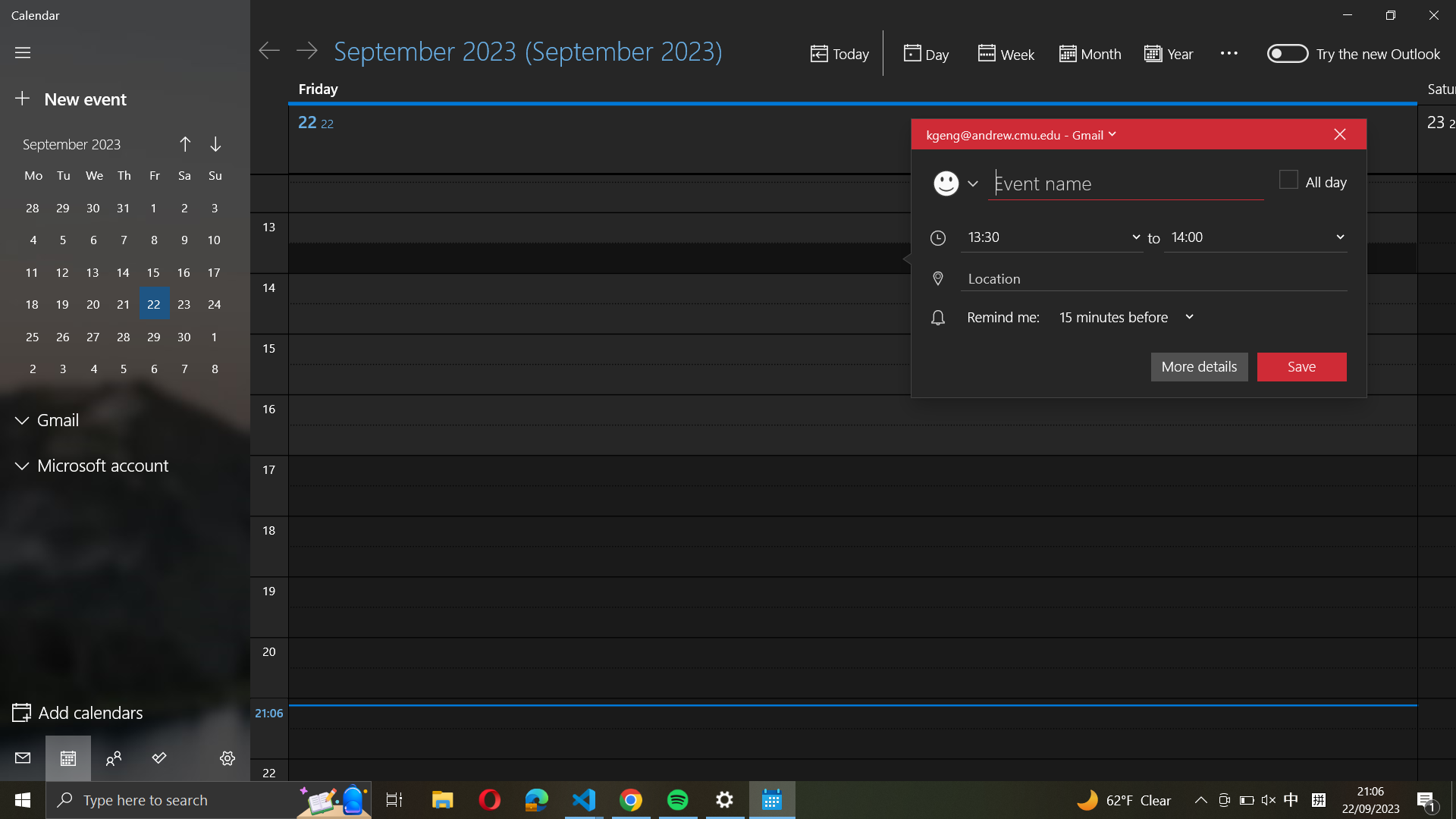 This screenshot has width=1456, height=819. I want to click on Terminate the ongoing event, so click(1339, 133).